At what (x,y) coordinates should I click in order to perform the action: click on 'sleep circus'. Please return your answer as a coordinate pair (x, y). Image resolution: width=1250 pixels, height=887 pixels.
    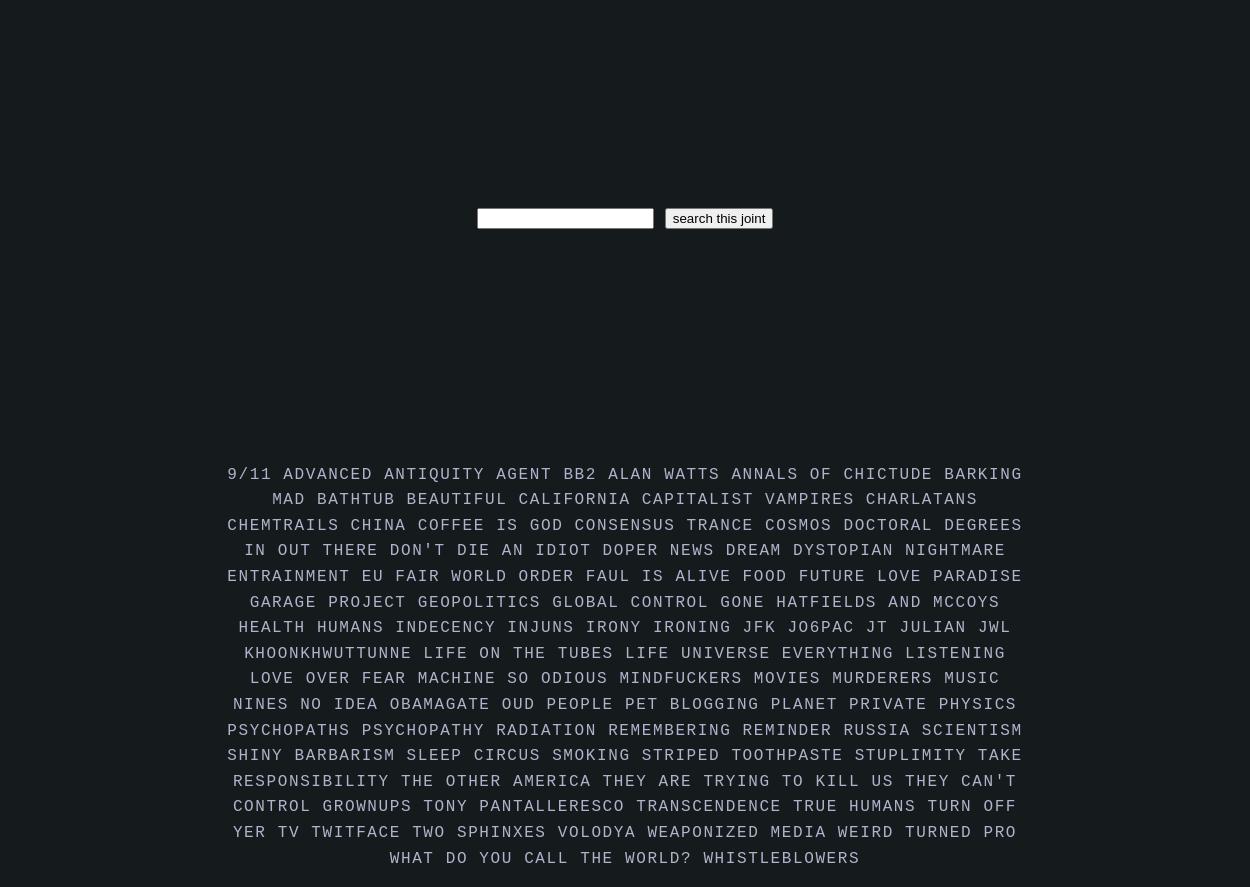
    Looking at the image, I should click on (478, 754).